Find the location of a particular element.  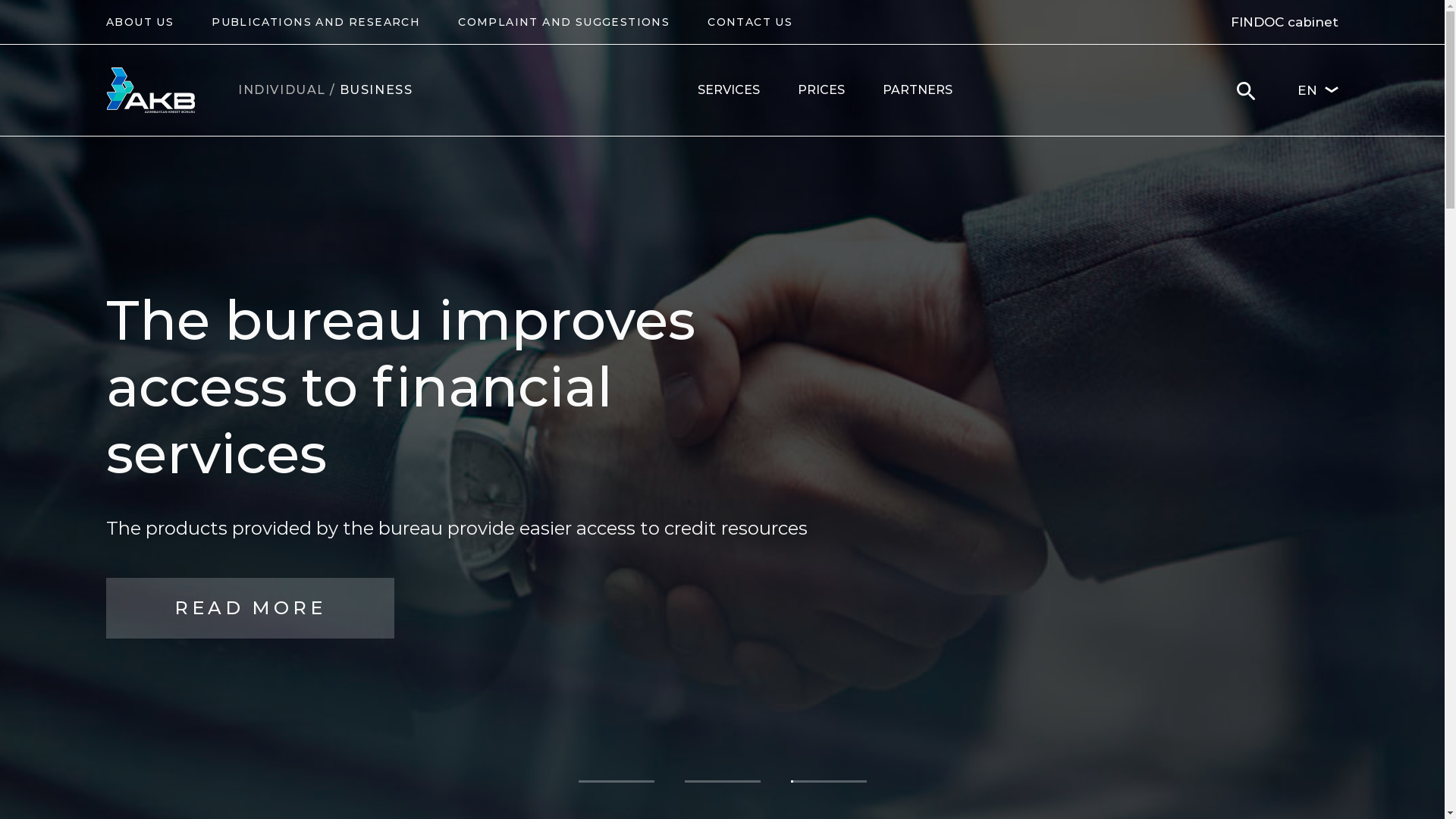

'PUBLICATIONS AND RESEARCH' is located at coordinates (315, 21).